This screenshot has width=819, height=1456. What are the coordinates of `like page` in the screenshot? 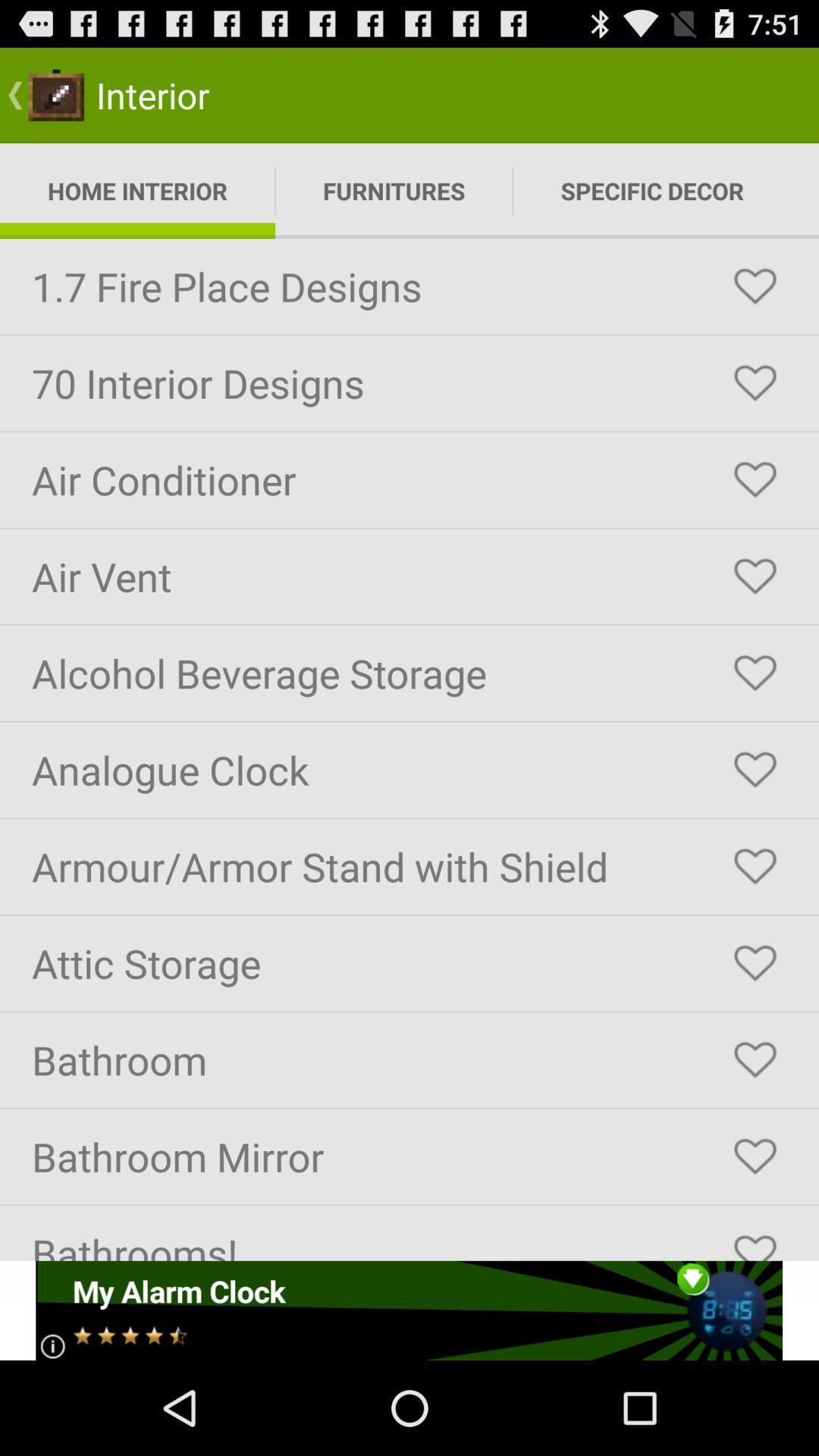 It's located at (755, 866).